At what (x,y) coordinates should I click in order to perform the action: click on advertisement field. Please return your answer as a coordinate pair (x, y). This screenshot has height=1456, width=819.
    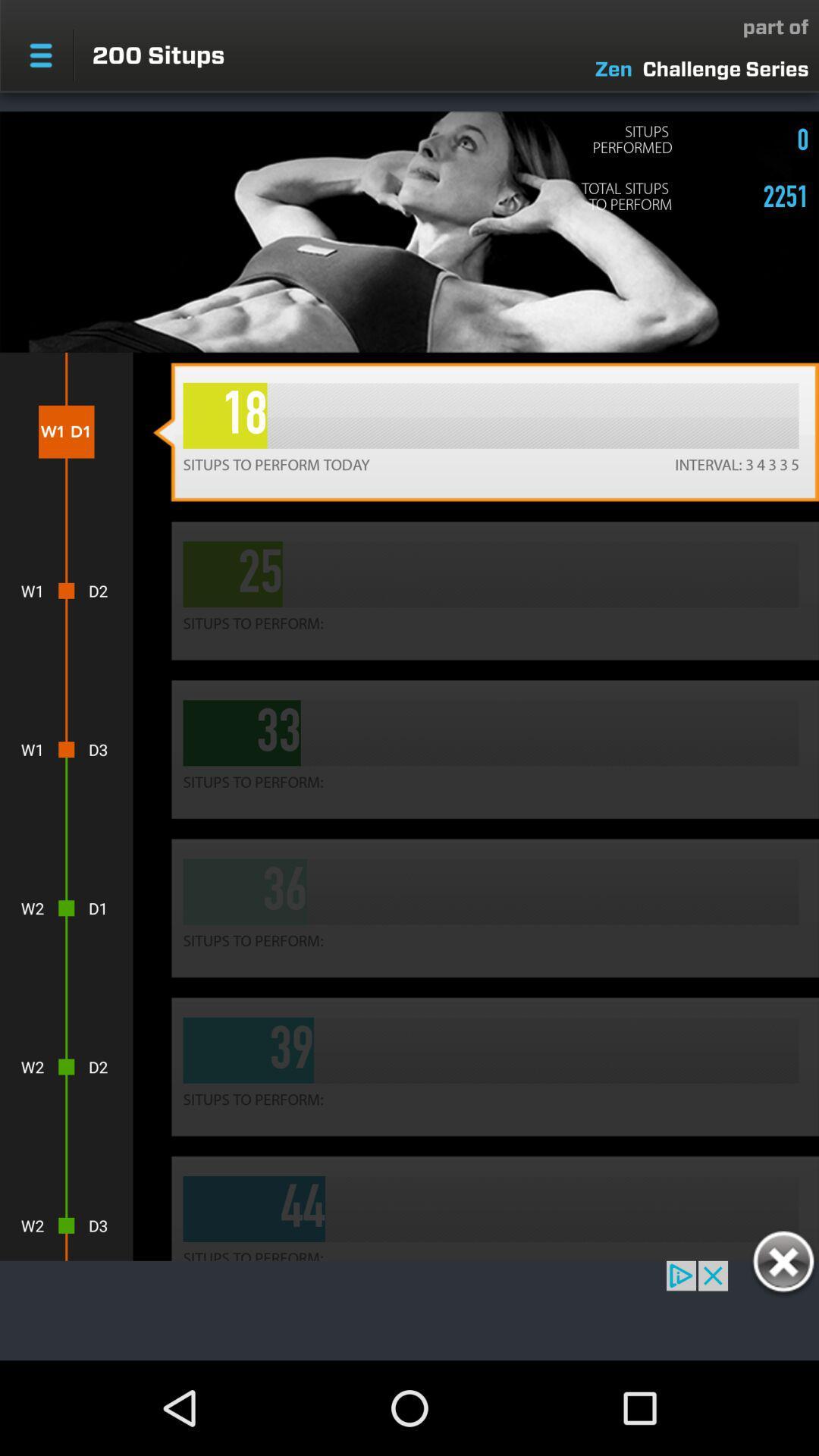
    Looking at the image, I should click on (409, 1310).